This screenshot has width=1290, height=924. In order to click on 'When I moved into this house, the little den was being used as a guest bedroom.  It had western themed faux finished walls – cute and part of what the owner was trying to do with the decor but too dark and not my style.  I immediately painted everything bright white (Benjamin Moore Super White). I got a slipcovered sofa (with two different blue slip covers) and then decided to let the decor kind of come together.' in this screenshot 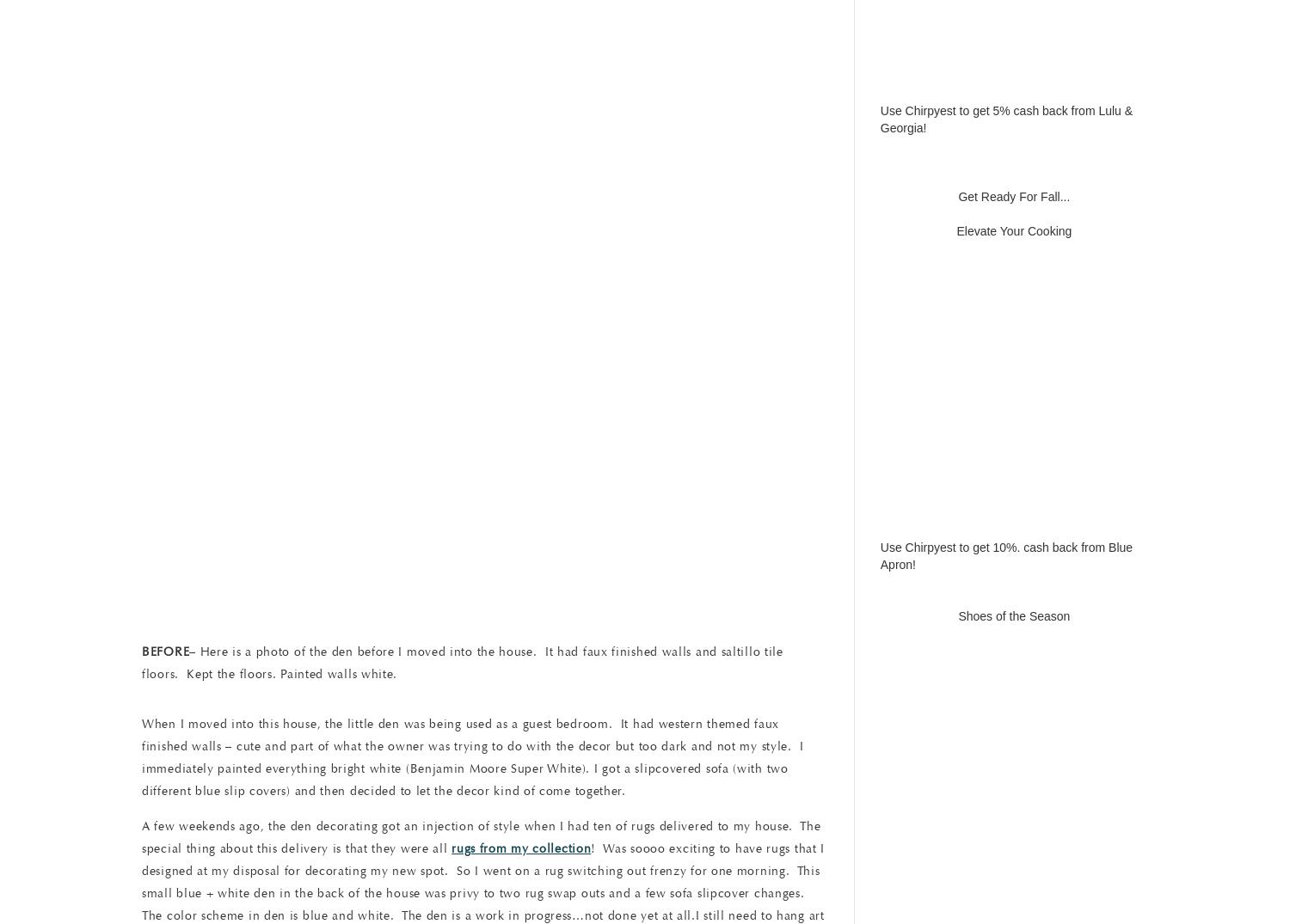, I will do `click(472, 756)`.